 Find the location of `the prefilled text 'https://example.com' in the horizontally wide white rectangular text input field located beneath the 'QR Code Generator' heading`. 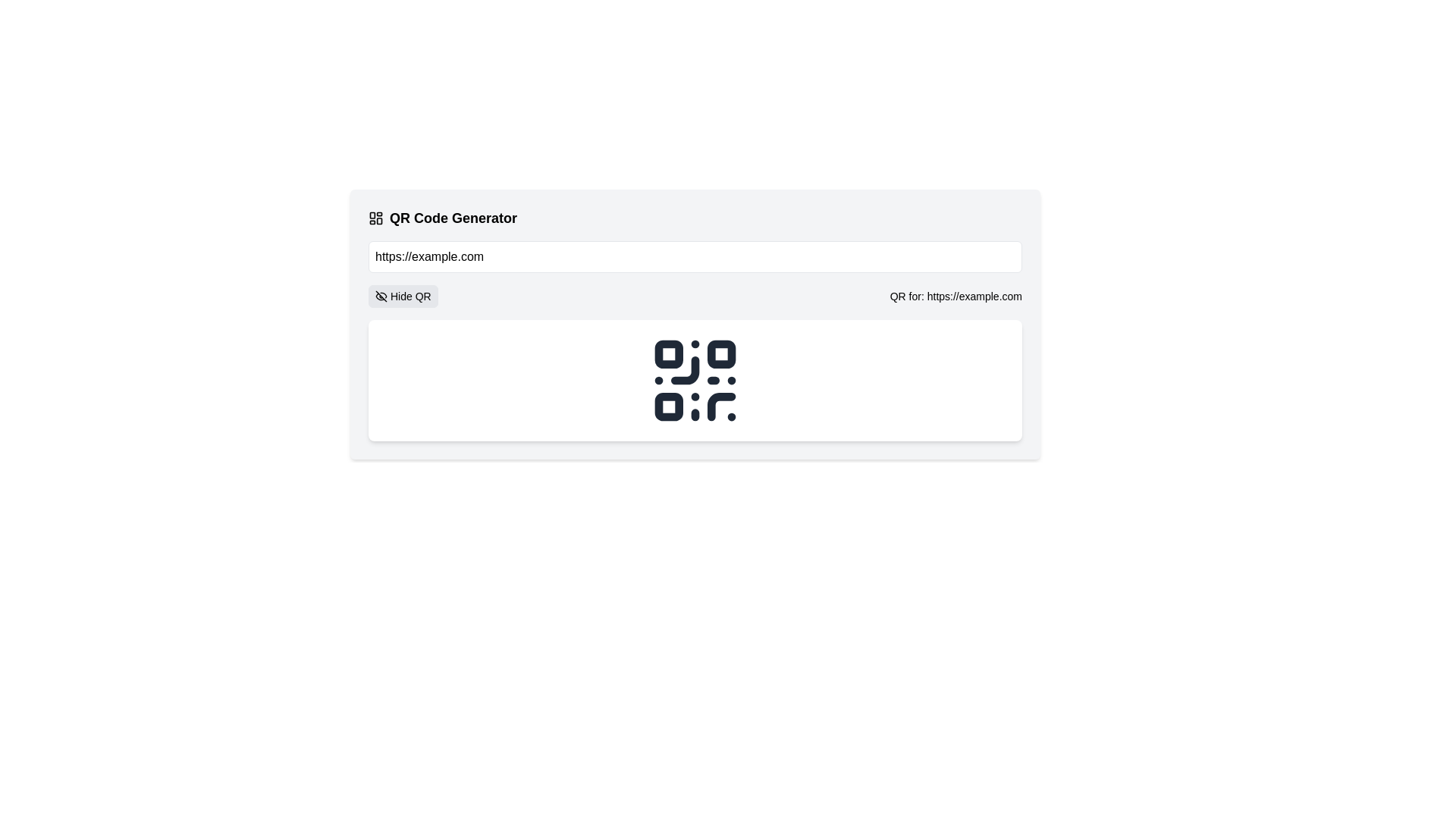

the prefilled text 'https://example.com' in the horizontally wide white rectangular text input field located beneath the 'QR Code Generator' heading is located at coordinates (694, 256).